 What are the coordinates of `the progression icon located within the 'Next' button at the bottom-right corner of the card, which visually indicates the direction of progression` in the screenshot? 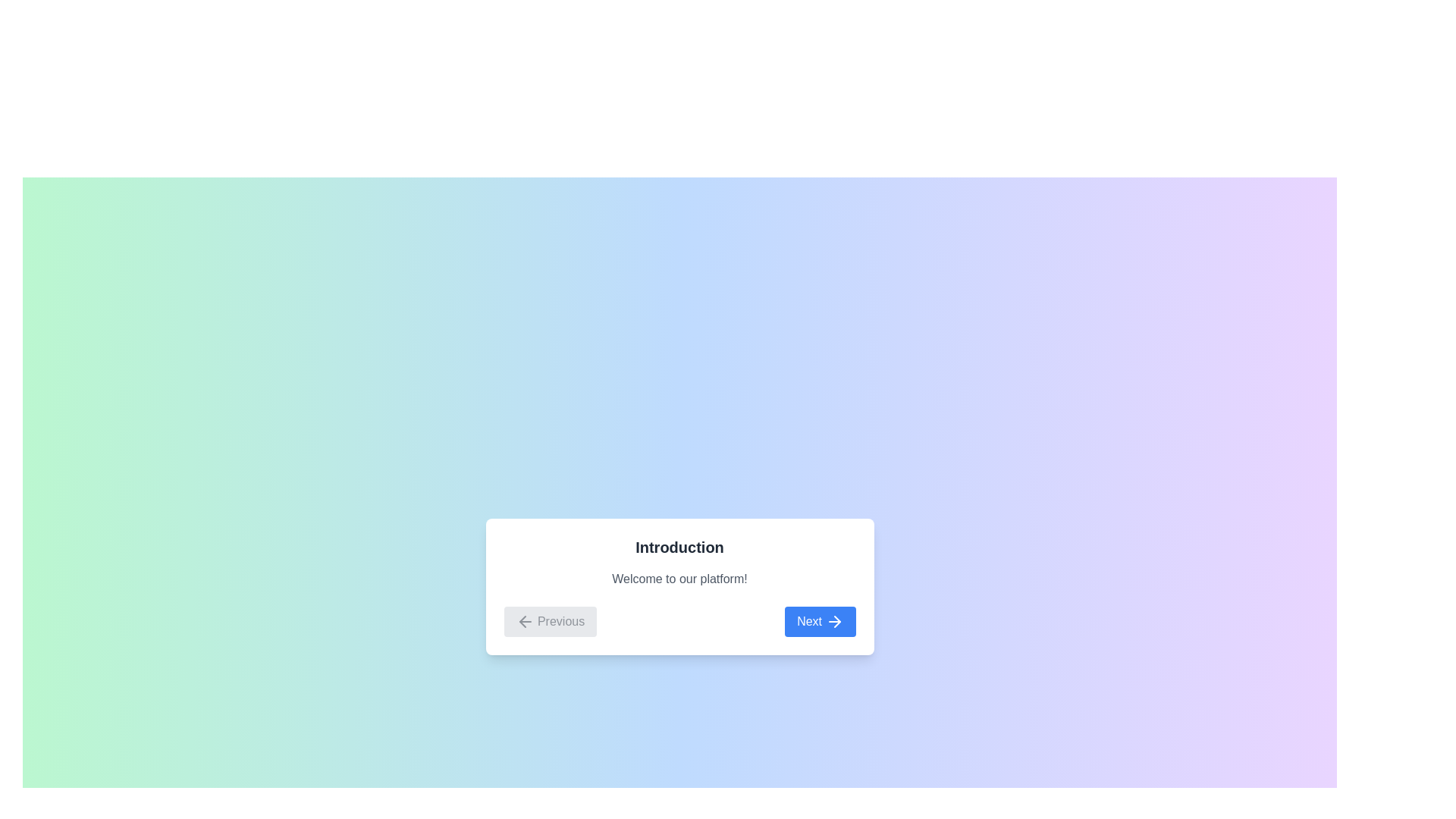 It's located at (836, 622).